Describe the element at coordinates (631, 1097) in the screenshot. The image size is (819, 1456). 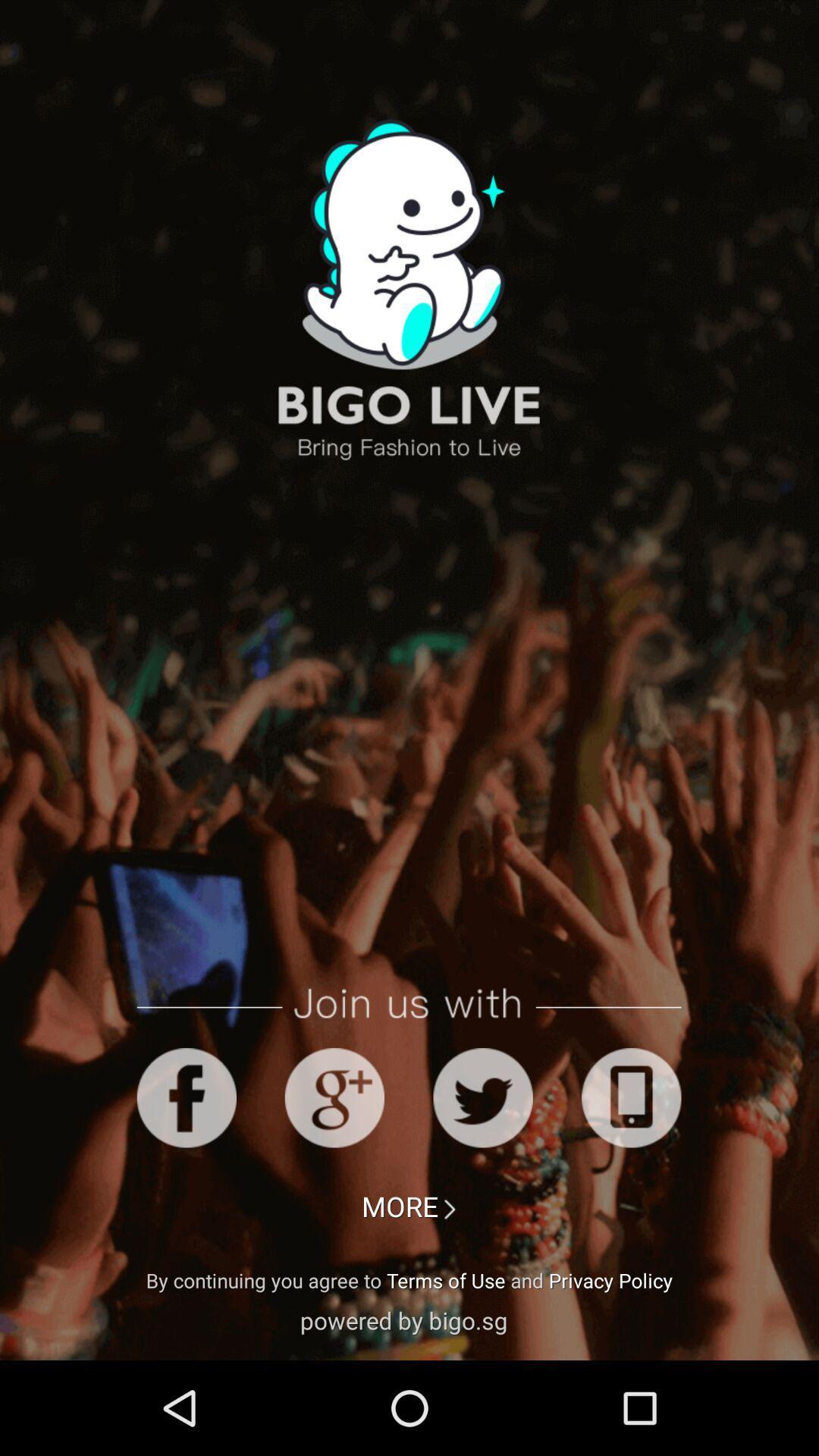
I see `login with phone` at that location.